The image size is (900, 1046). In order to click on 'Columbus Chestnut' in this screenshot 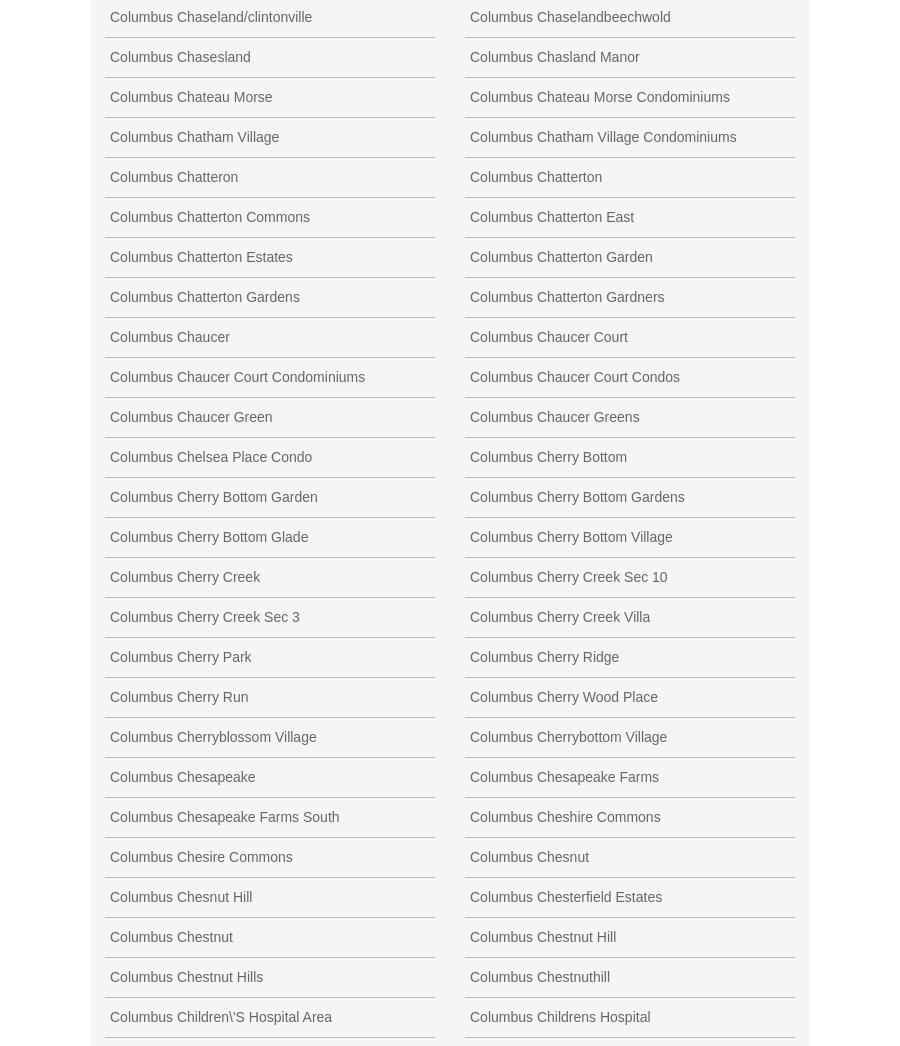, I will do `click(171, 935)`.